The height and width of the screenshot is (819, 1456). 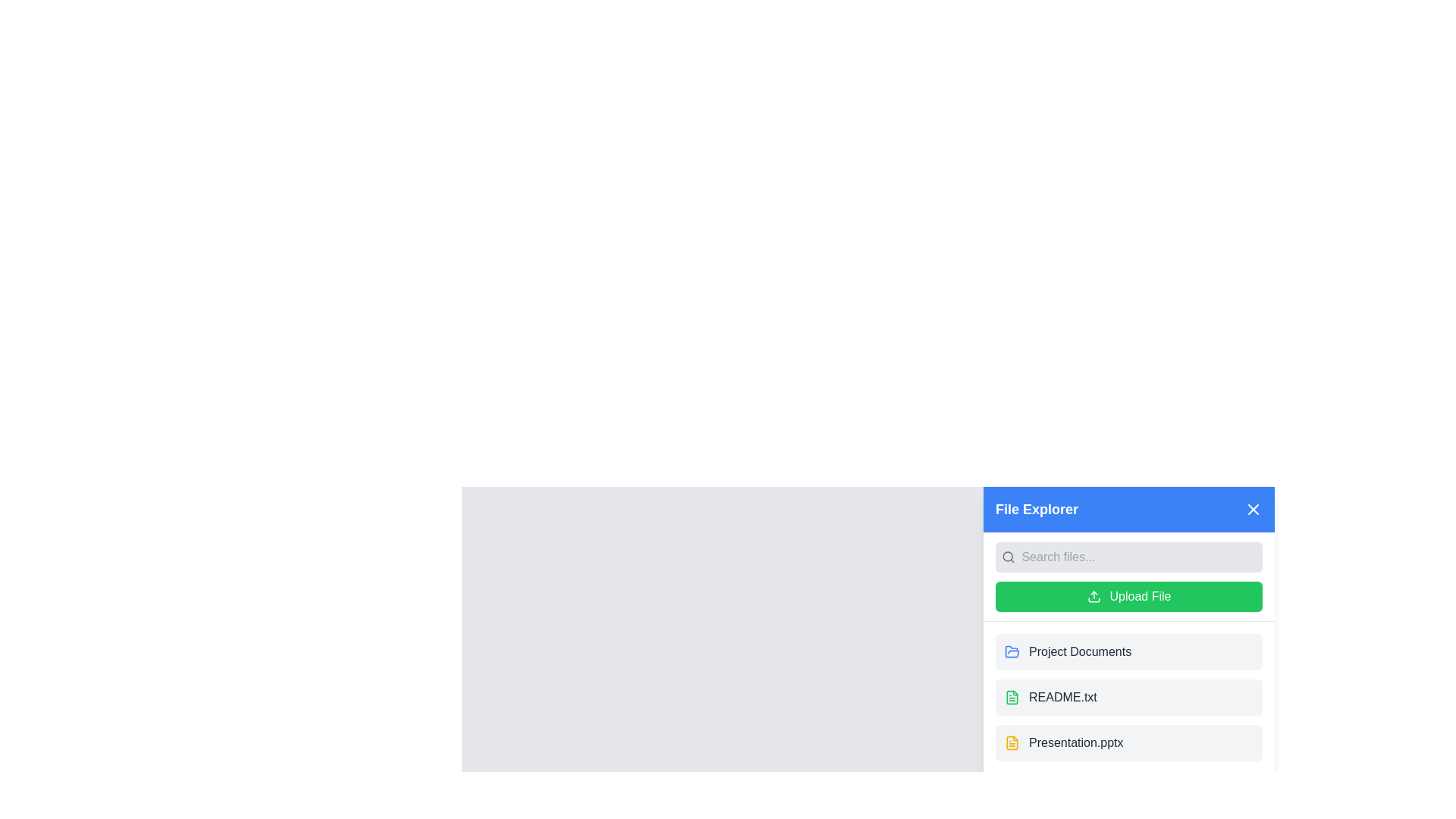 What do you see at coordinates (1094, 595) in the screenshot?
I see `the upward arrow SVG icon indicating an upload action, located within the green 'Upload File' button` at bounding box center [1094, 595].